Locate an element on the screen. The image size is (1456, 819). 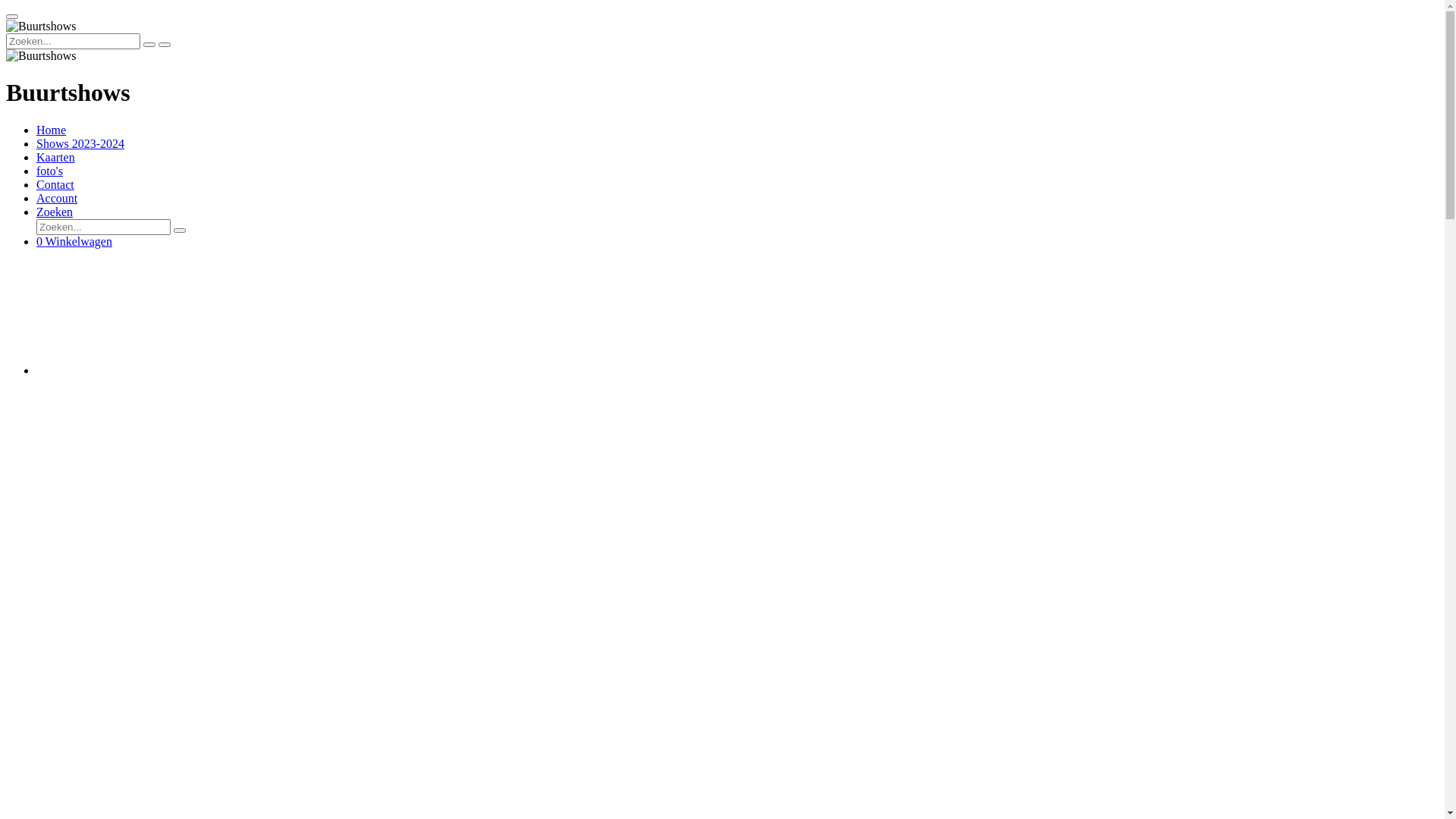
'foto's' is located at coordinates (49, 171).